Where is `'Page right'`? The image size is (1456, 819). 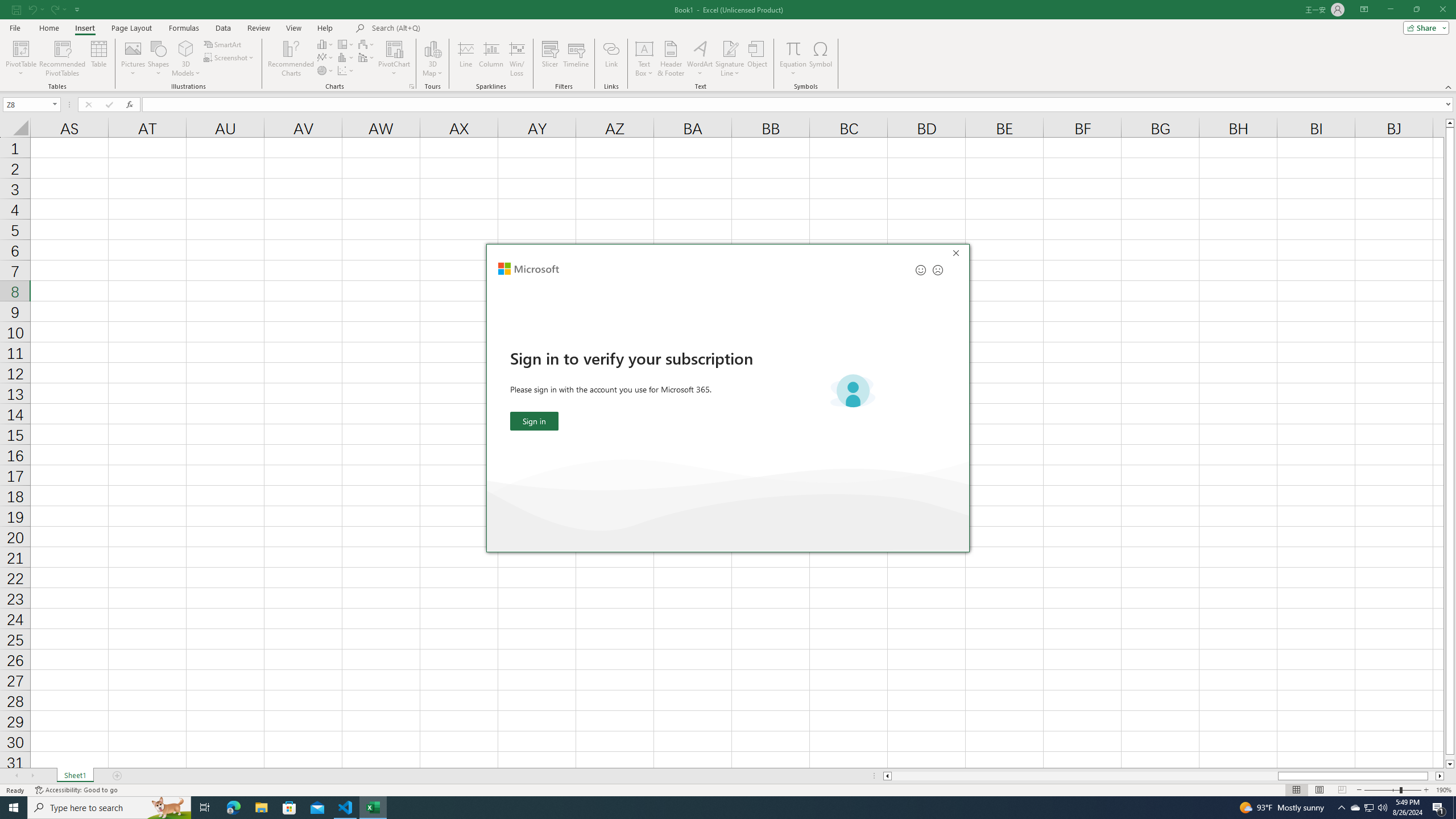 'Page right' is located at coordinates (1431, 775).